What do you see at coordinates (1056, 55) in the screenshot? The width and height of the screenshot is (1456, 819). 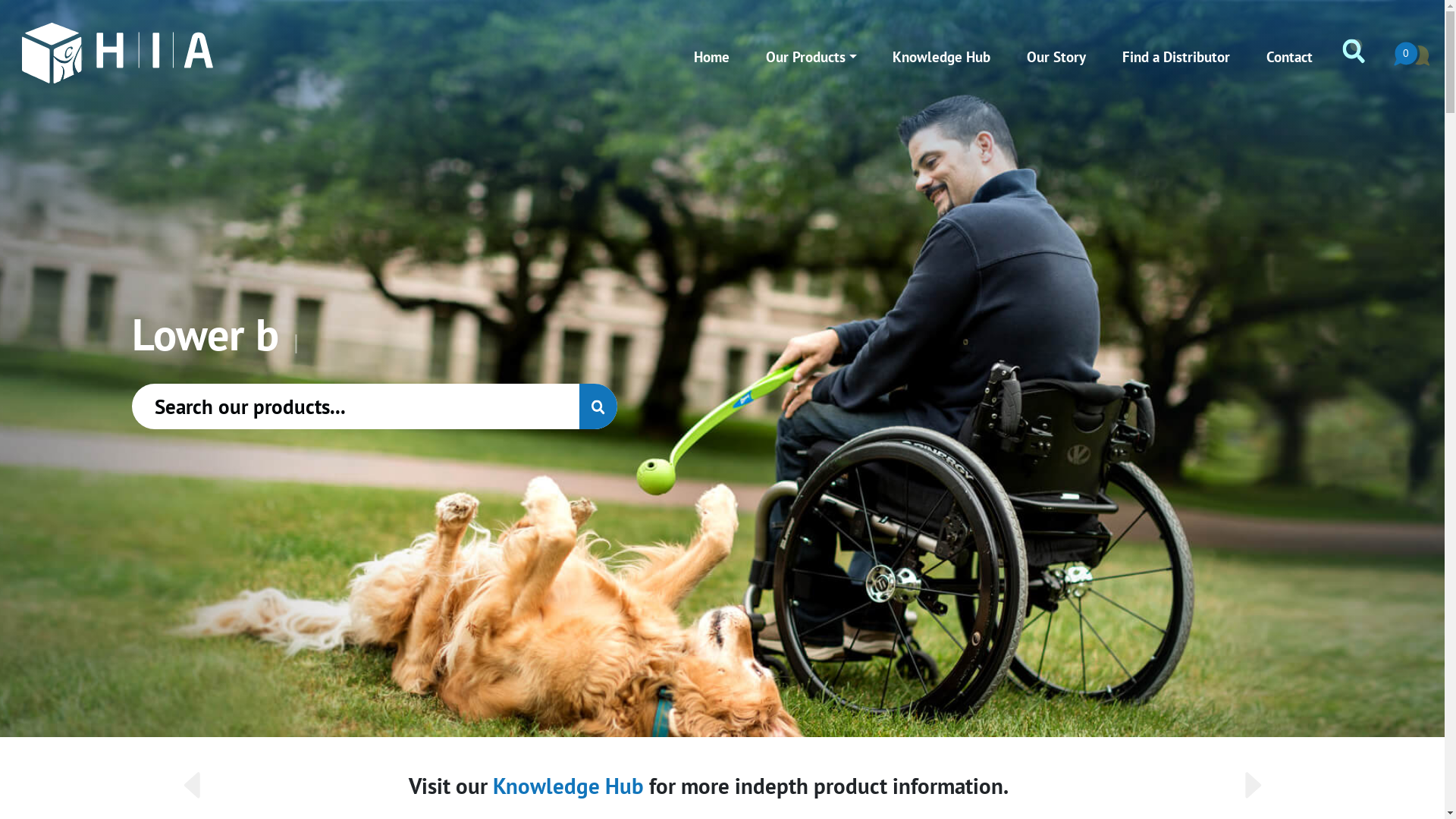 I see `'Our Story'` at bounding box center [1056, 55].